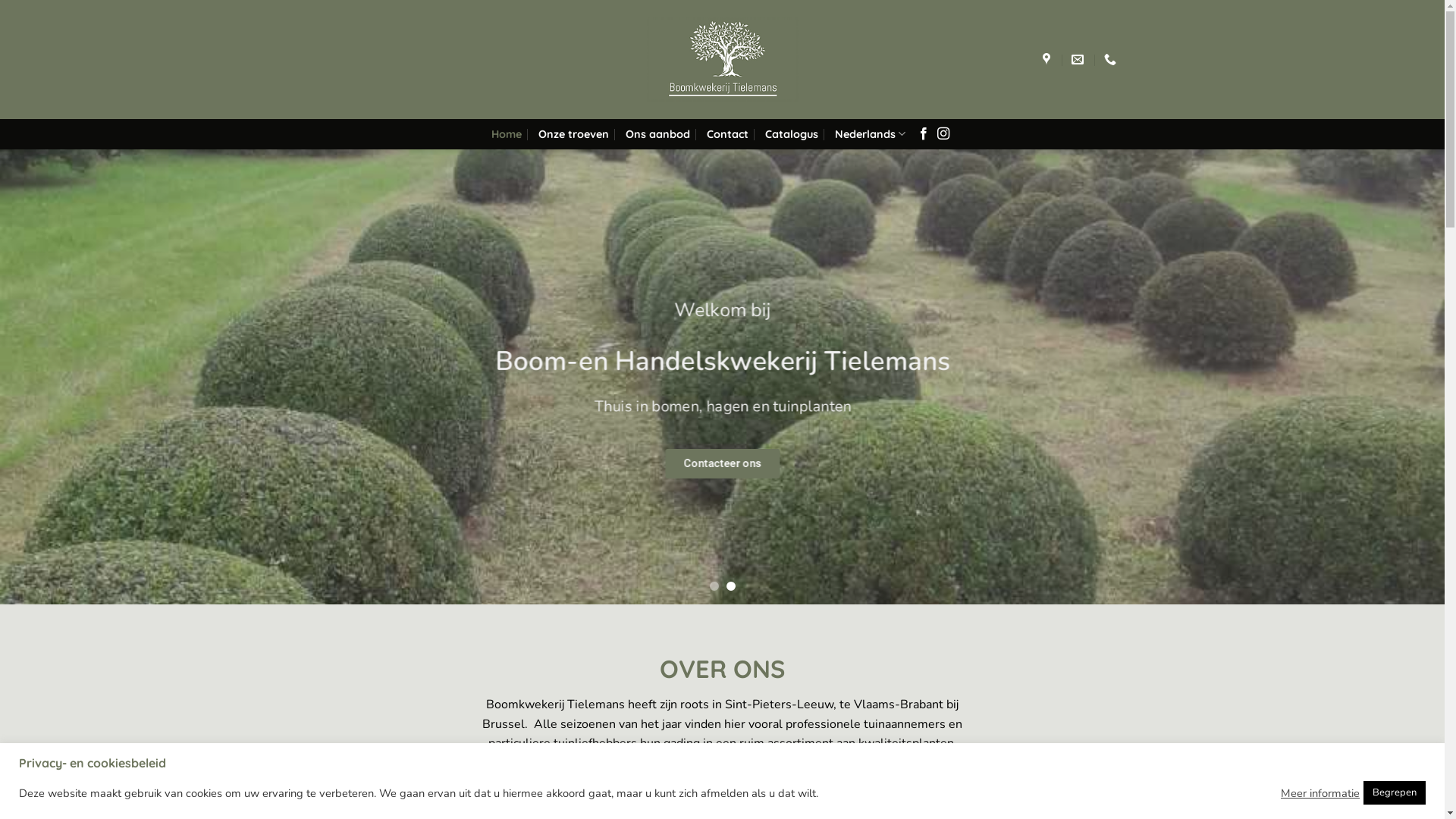 The image size is (1456, 819). What do you see at coordinates (720, 58) in the screenshot?
I see `'boomkwekerijtielemans - Boomkwekerijtielemans'` at bounding box center [720, 58].